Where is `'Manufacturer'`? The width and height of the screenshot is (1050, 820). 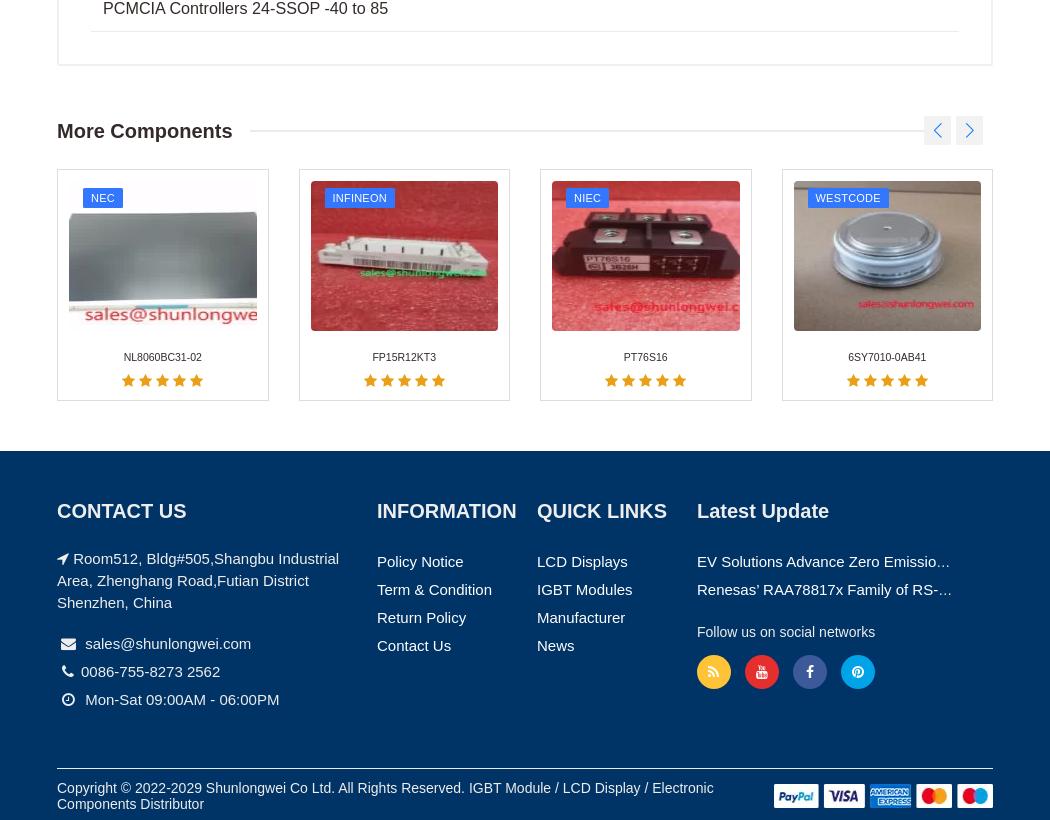 'Manufacturer' is located at coordinates (536, 188).